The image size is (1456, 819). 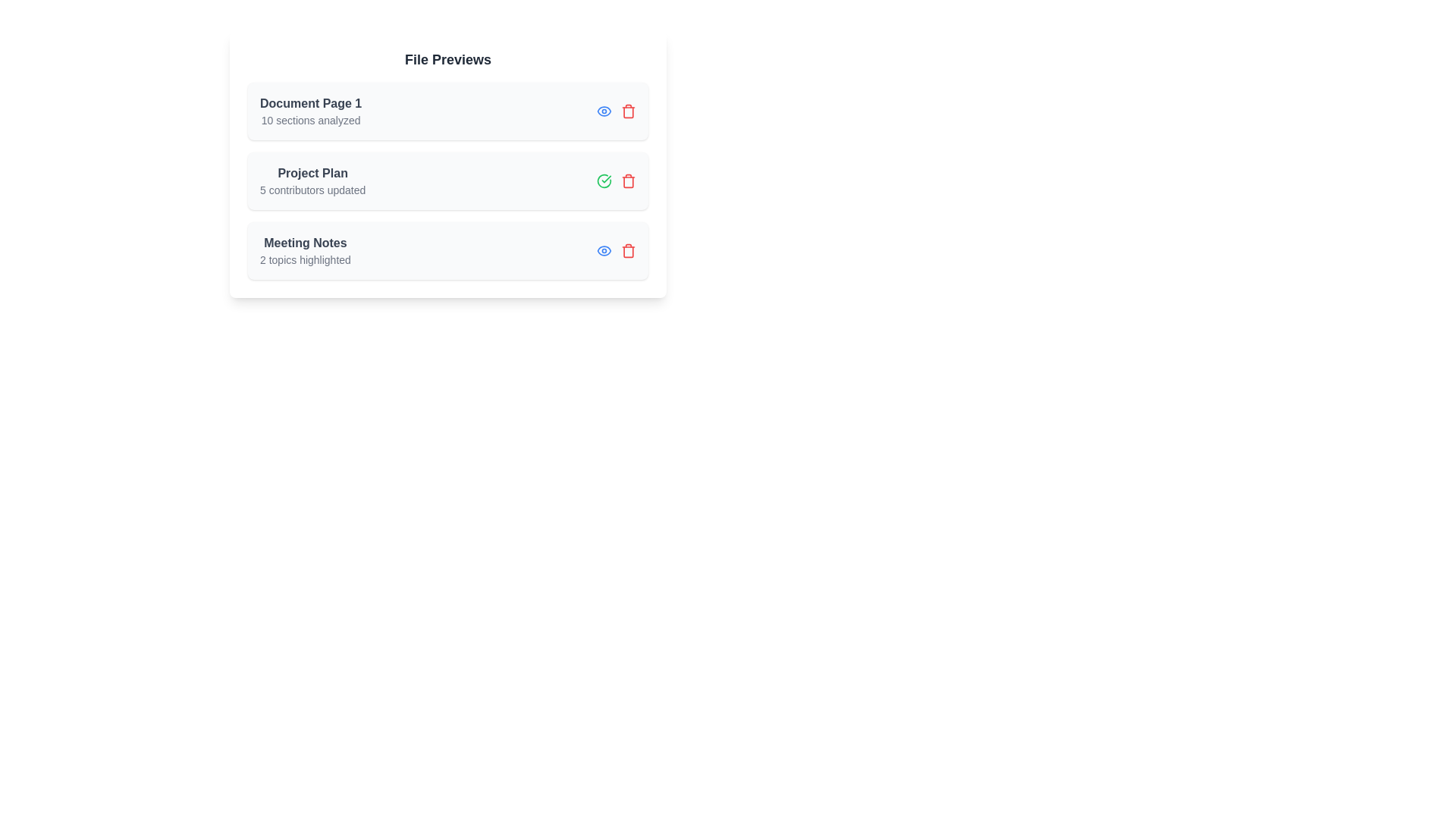 What do you see at coordinates (629, 180) in the screenshot?
I see `trash icon for the item titled 'Project Plan'` at bounding box center [629, 180].